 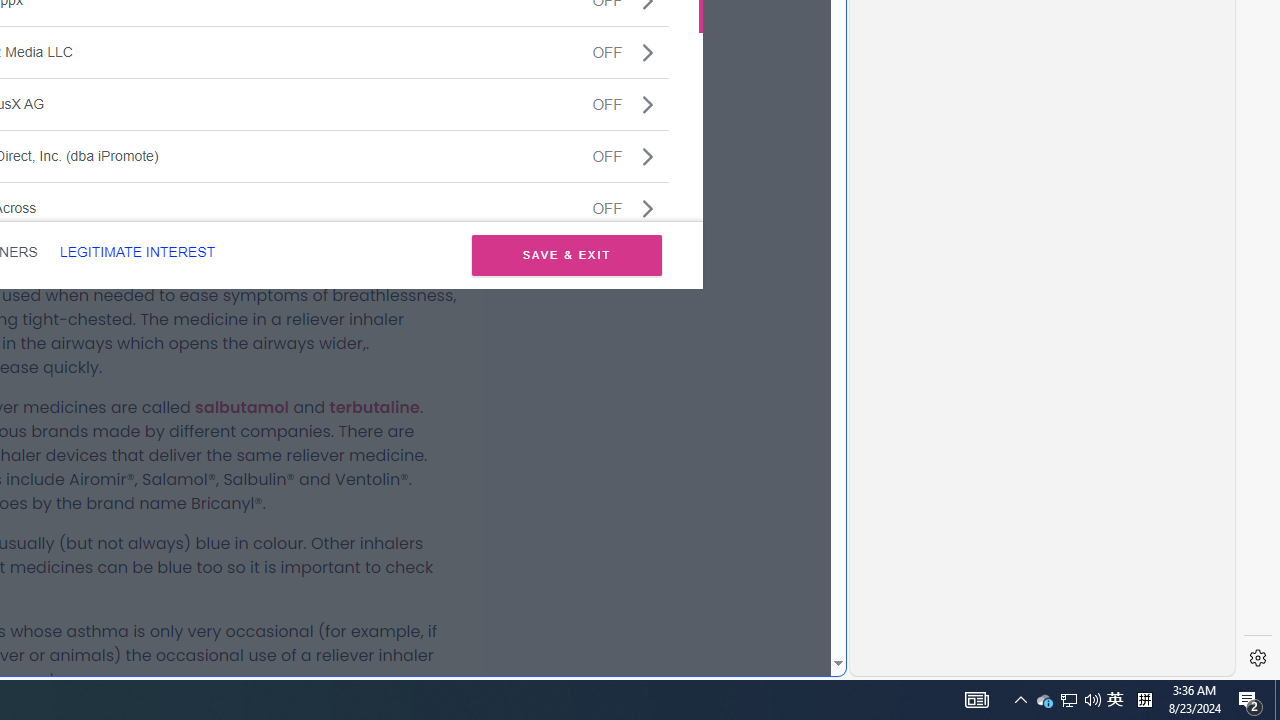 I want to click on 'Class: css-jswnc6', so click(x=648, y=208).